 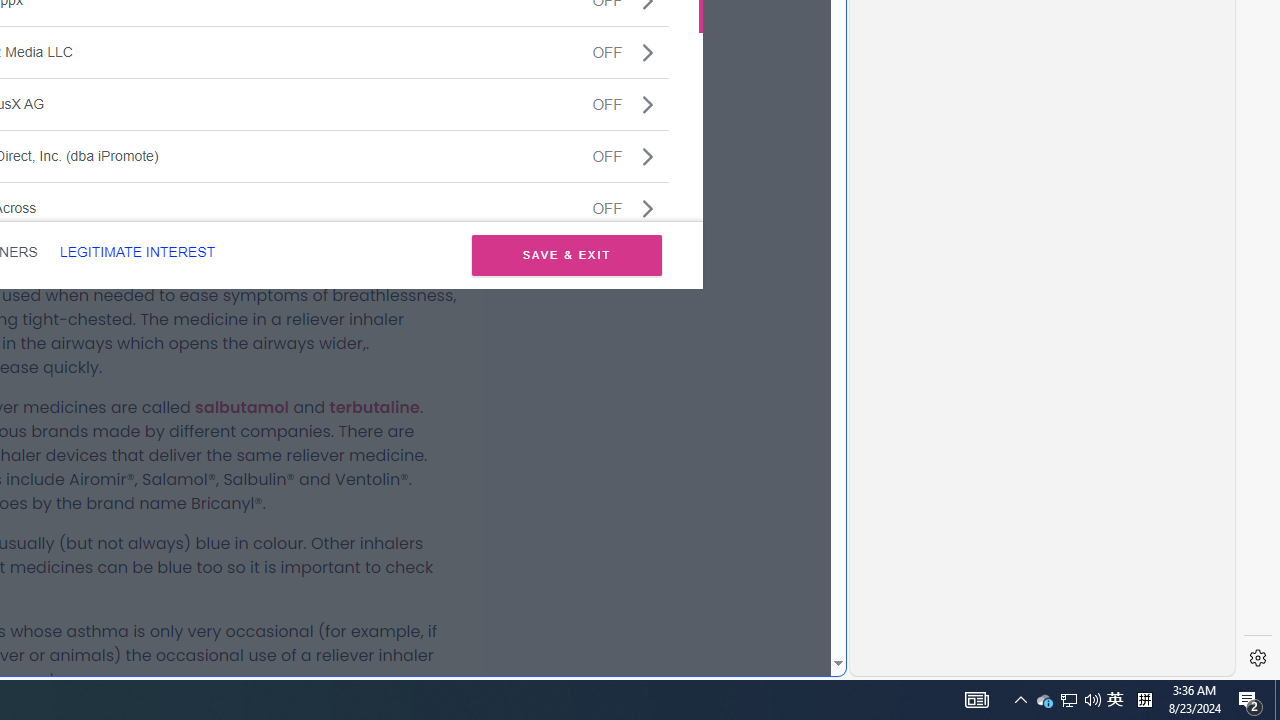 I want to click on 'Class: css-jswnc6', so click(x=648, y=208).